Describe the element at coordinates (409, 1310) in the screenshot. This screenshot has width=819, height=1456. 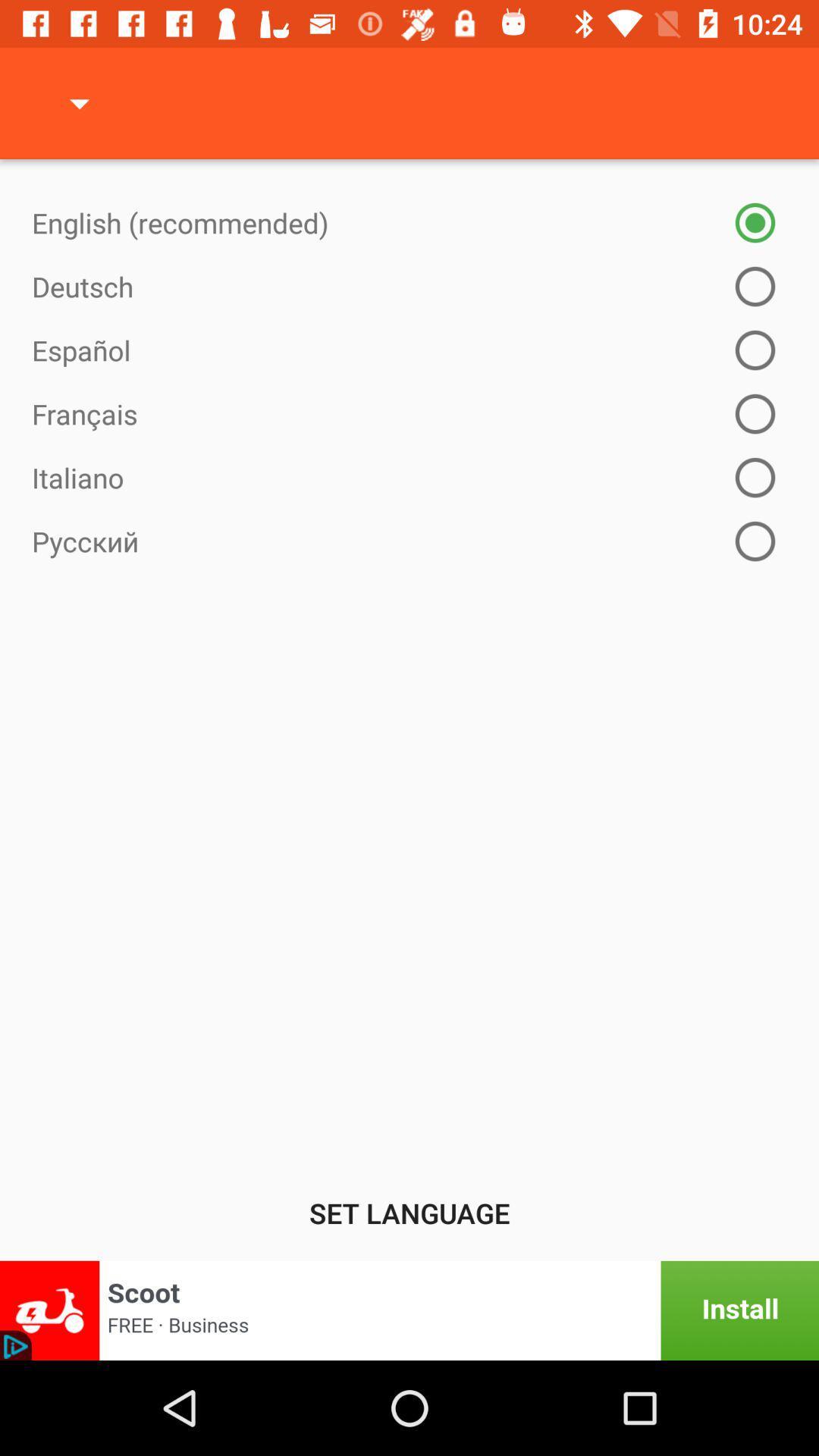
I see `banner advertisement` at that location.